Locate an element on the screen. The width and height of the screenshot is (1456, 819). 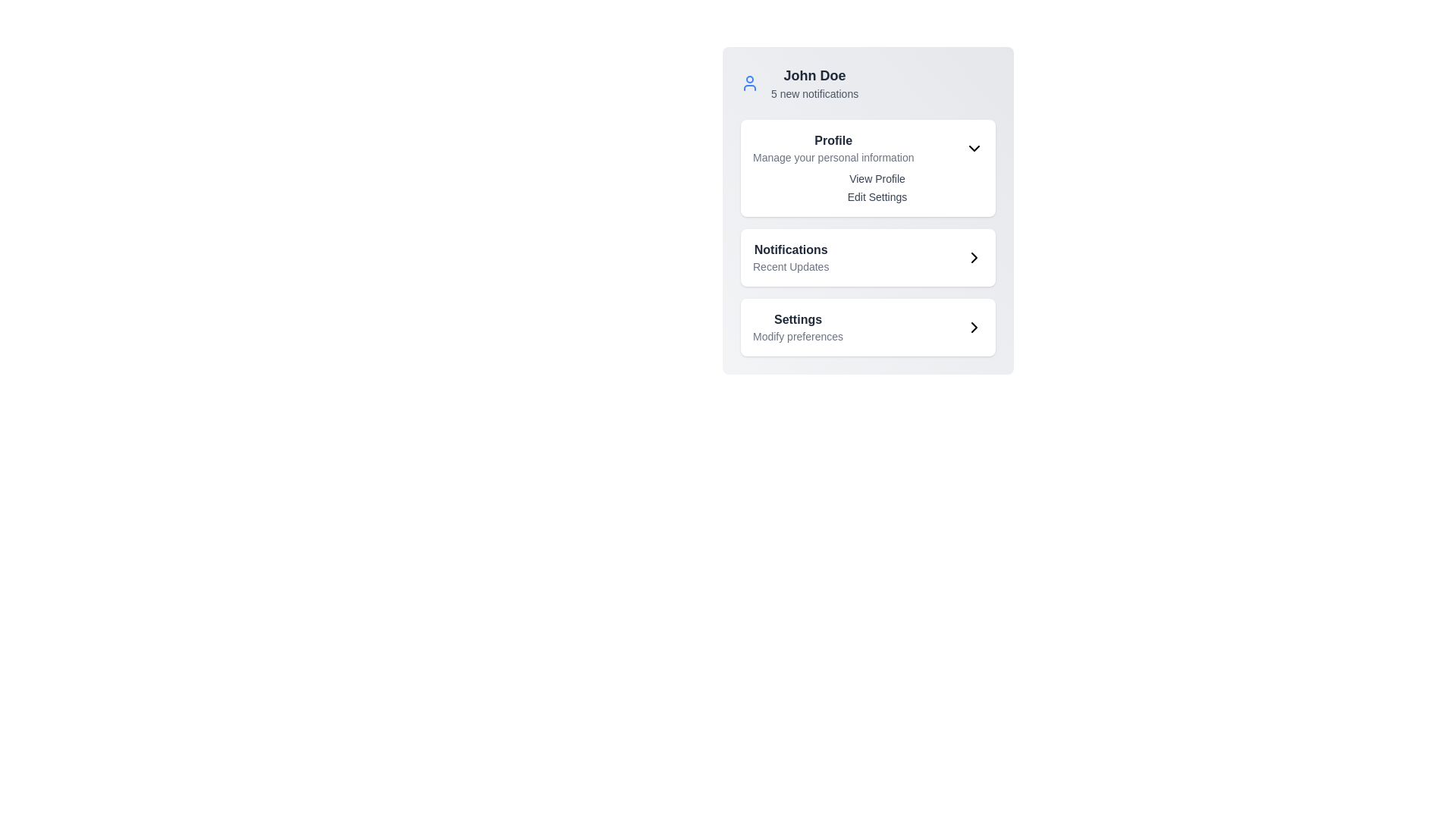
the 'Edit Settings' option from the 'Profile' interactive card, which is the first card in a list and contains a heading and a dropdown arrow icon is located at coordinates (868, 168).